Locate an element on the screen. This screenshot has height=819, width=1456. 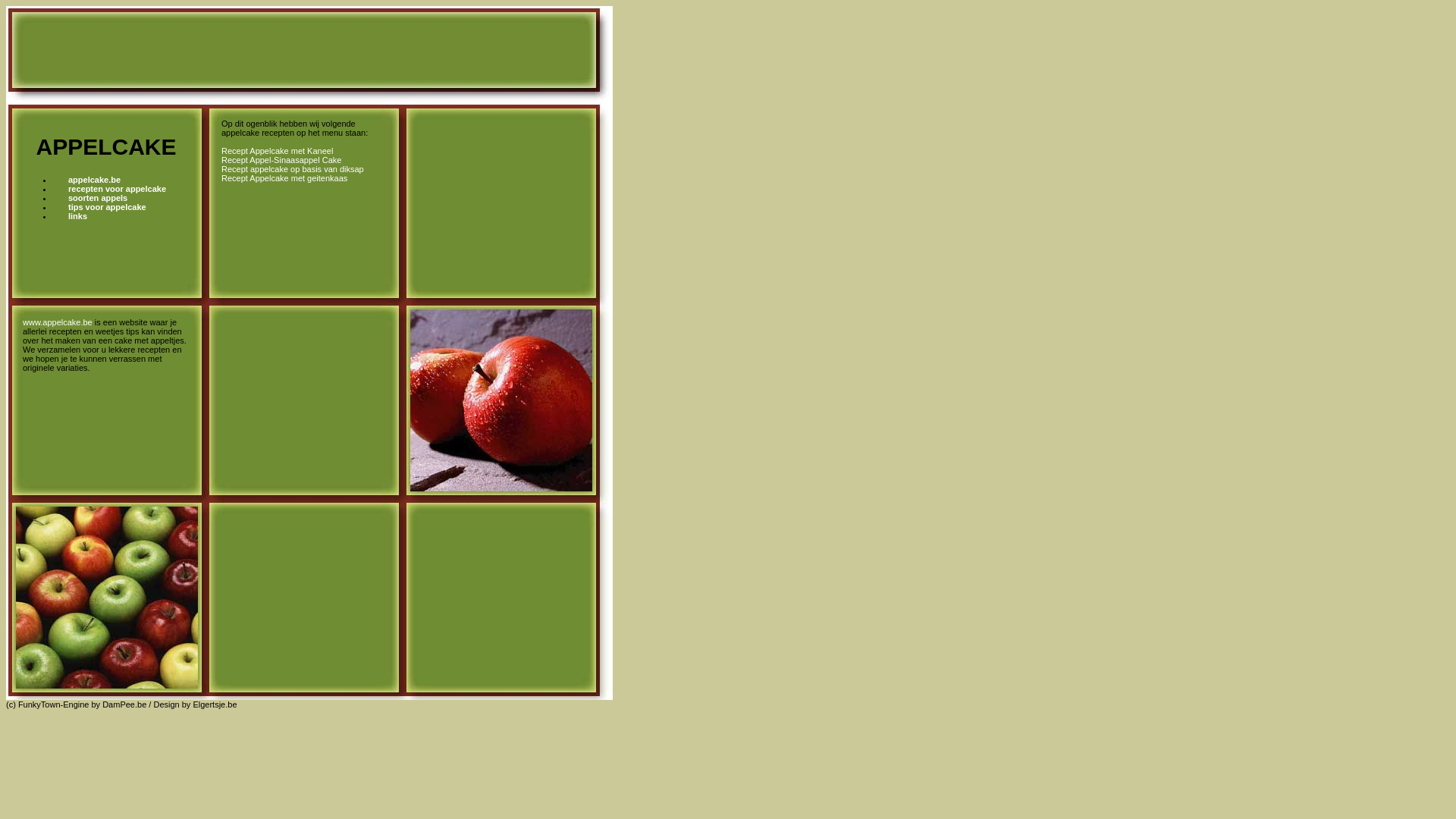
'Recept Appel-Sinaasappel Cake' is located at coordinates (221, 160).